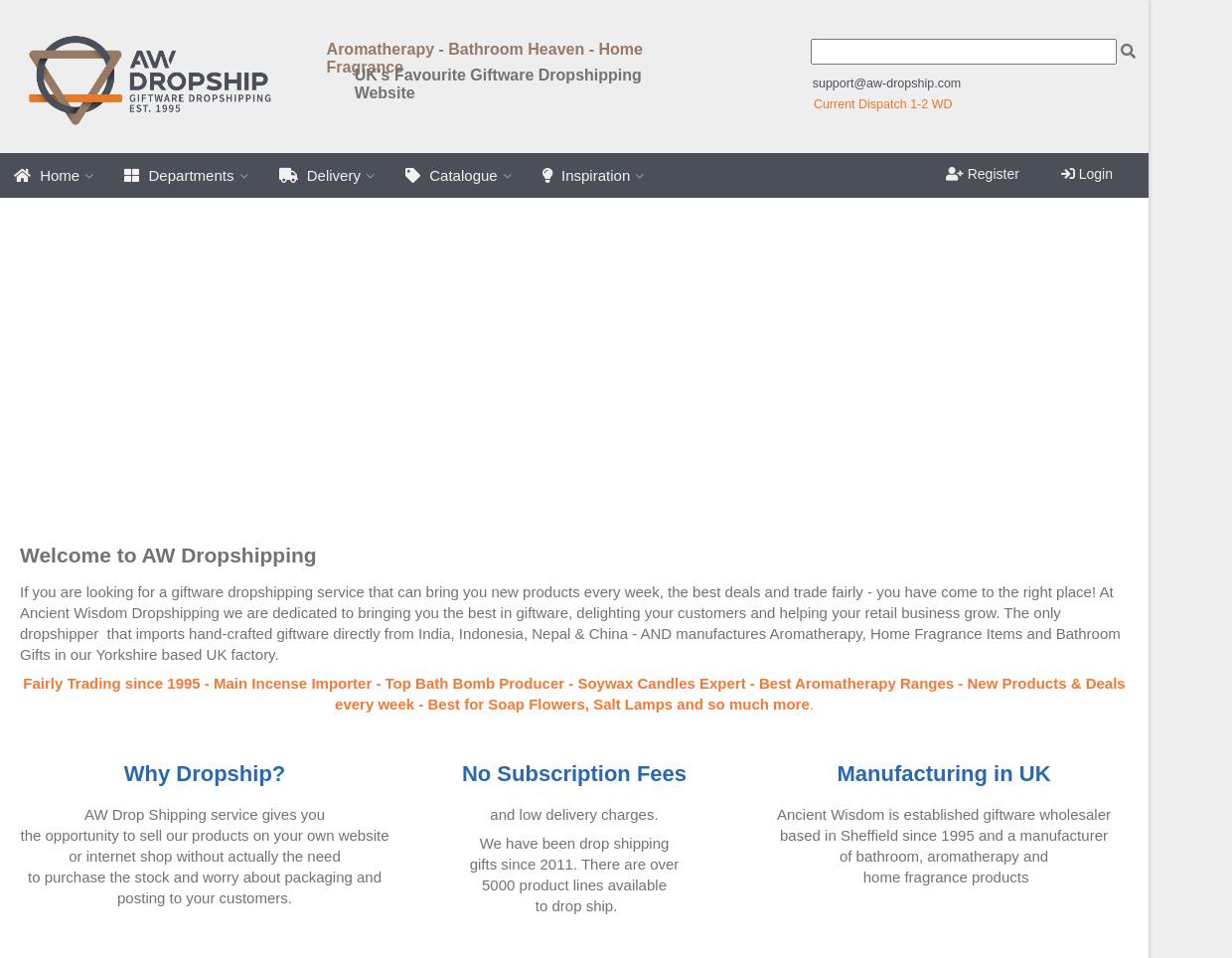 Image resolution: width=1232 pixels, height=958 pixels. Describe the element at coordinates (573, 692) in the screenshot. I see `'Fairly Trading since 1995 - Main Incense Importer - Top Bath Bomb Producer - Soywax Candles Expert - Best Aromatherapy Ranges - New Products & Deals every week - Best for Soap Flowers, Salt Lamps and so much more'` at that location.